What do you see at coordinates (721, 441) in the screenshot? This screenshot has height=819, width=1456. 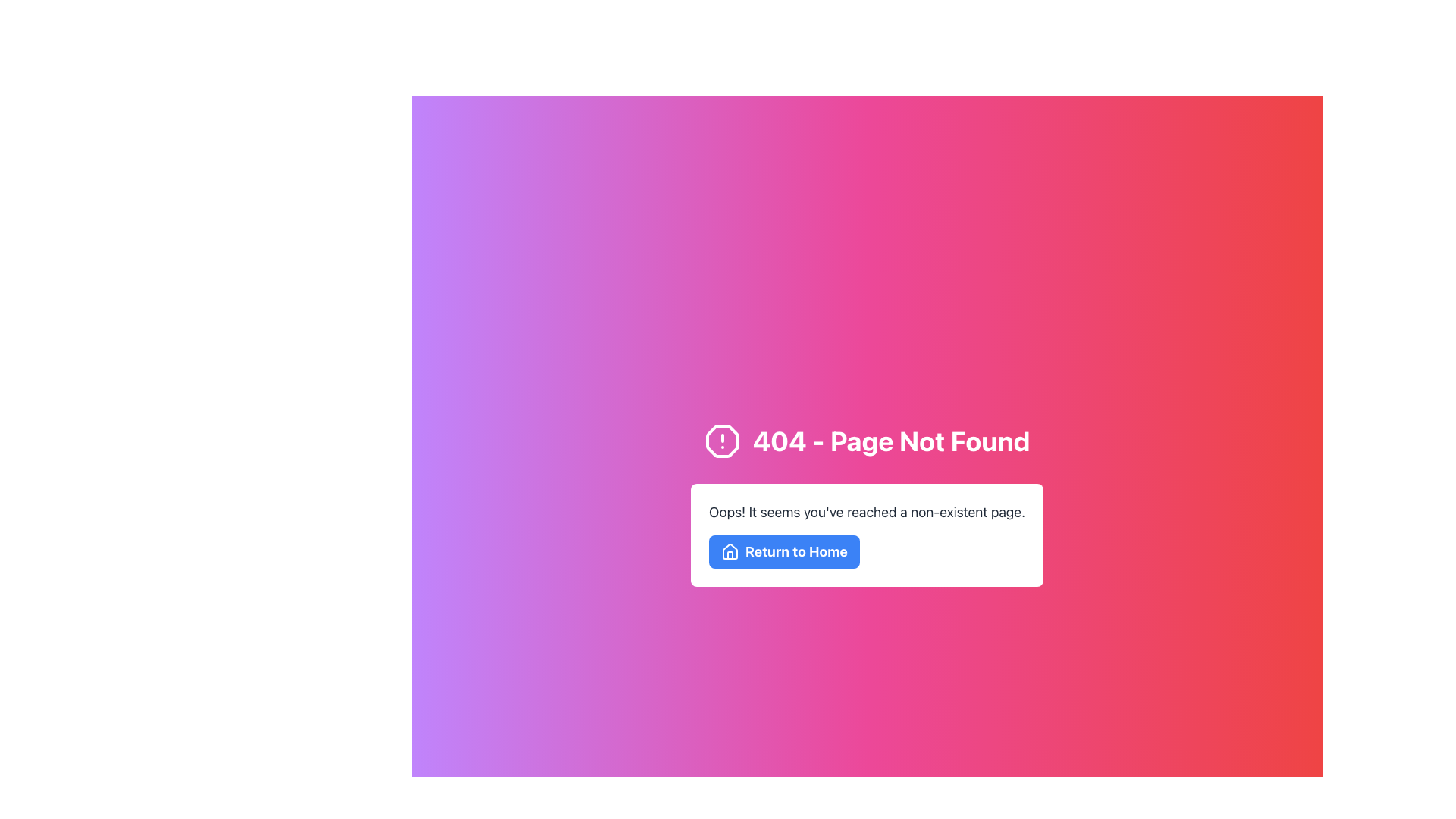 I see `the SVG Icon that visually indicates an alert or warning, located near the '404 - Page Not Found' message` at bounding box center [721, 441].